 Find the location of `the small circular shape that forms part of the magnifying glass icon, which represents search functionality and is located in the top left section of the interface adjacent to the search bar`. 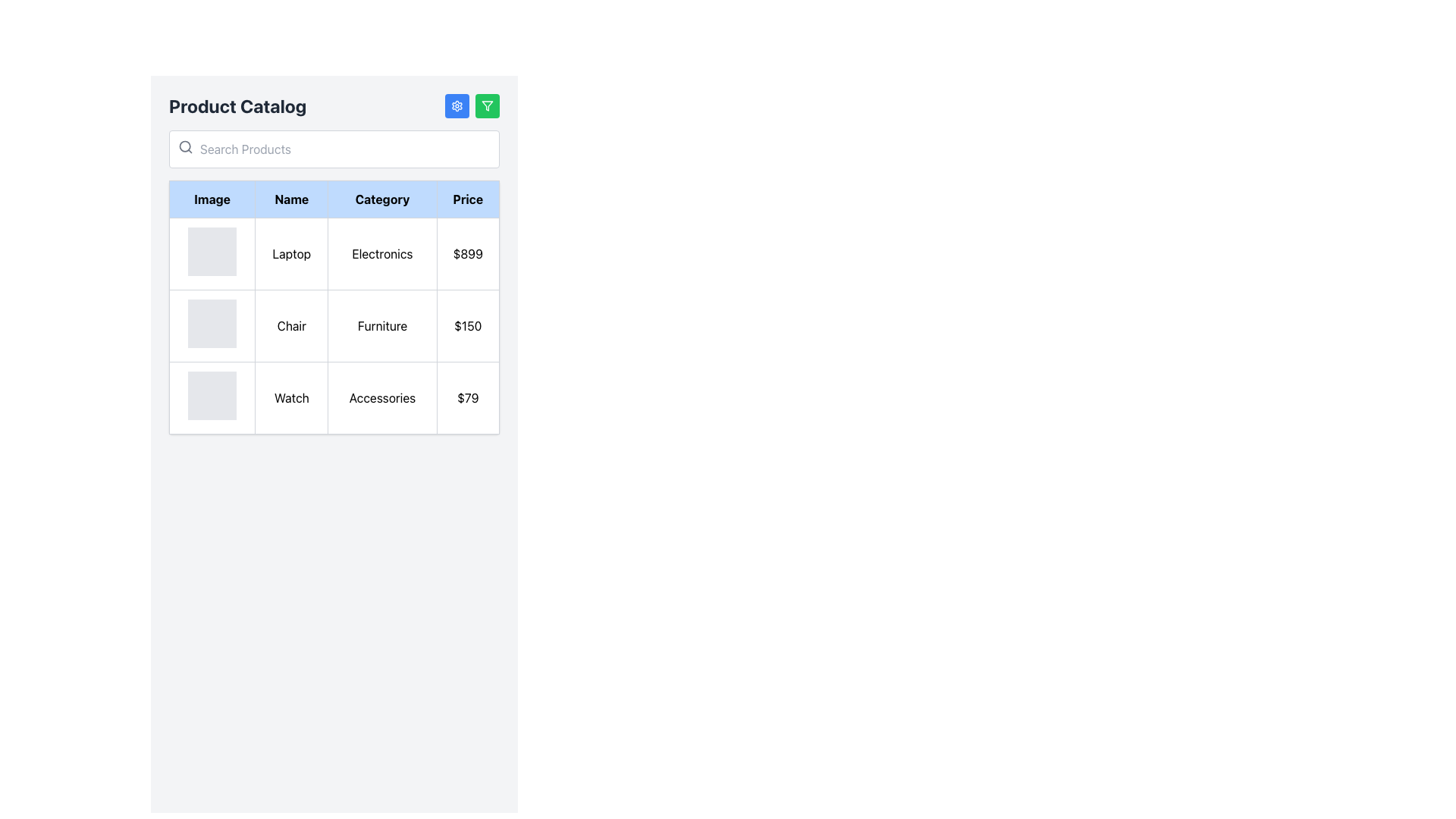

the small circular shape that forms part of the magnifying glass icon, which represents search functionality and is located in the top left section of the interface adjacent to the search bar is located at coordinates (184, 146).